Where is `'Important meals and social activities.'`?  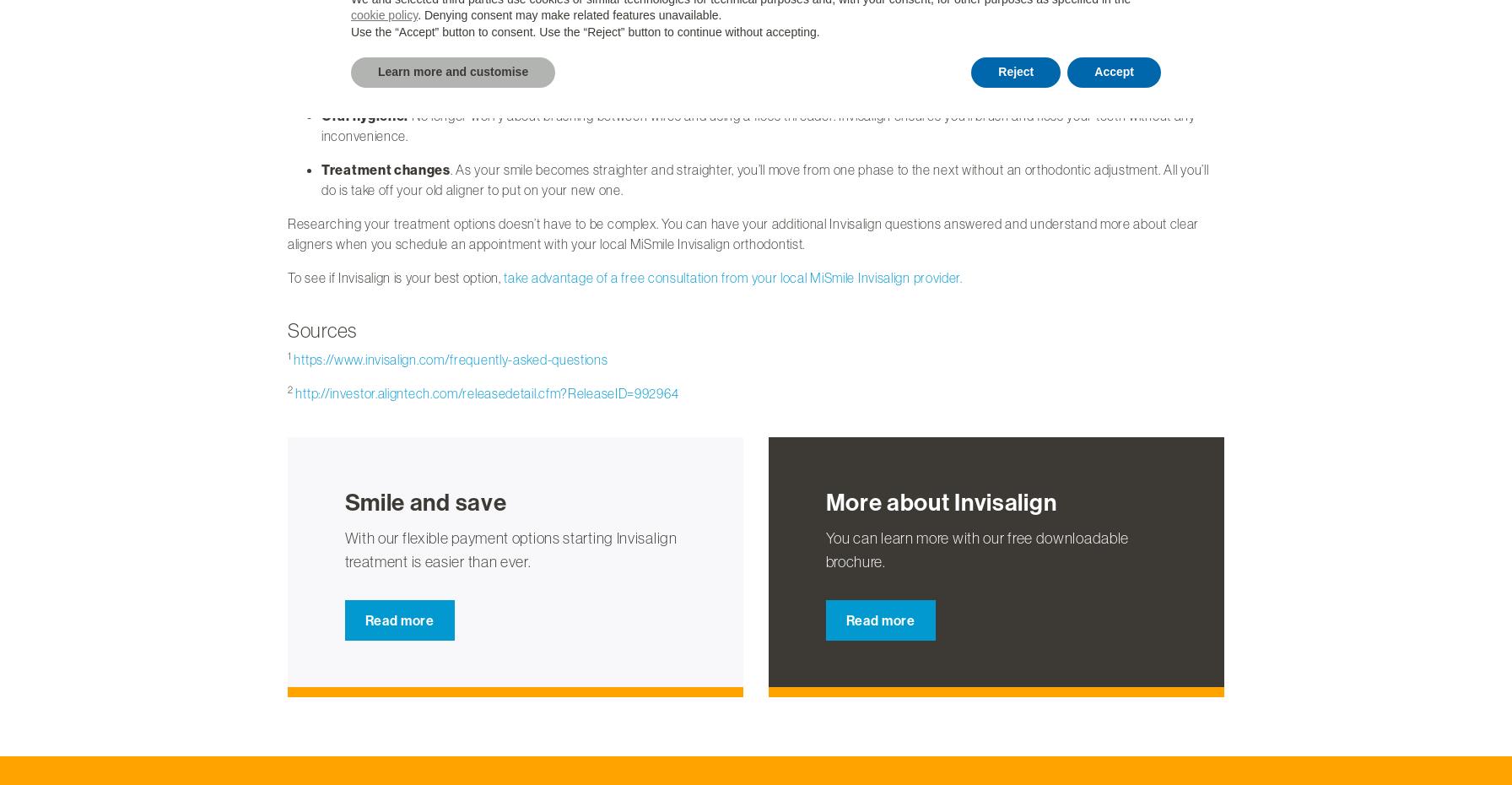
'Important meals and social activities.' is located at coordinates (321, 80).